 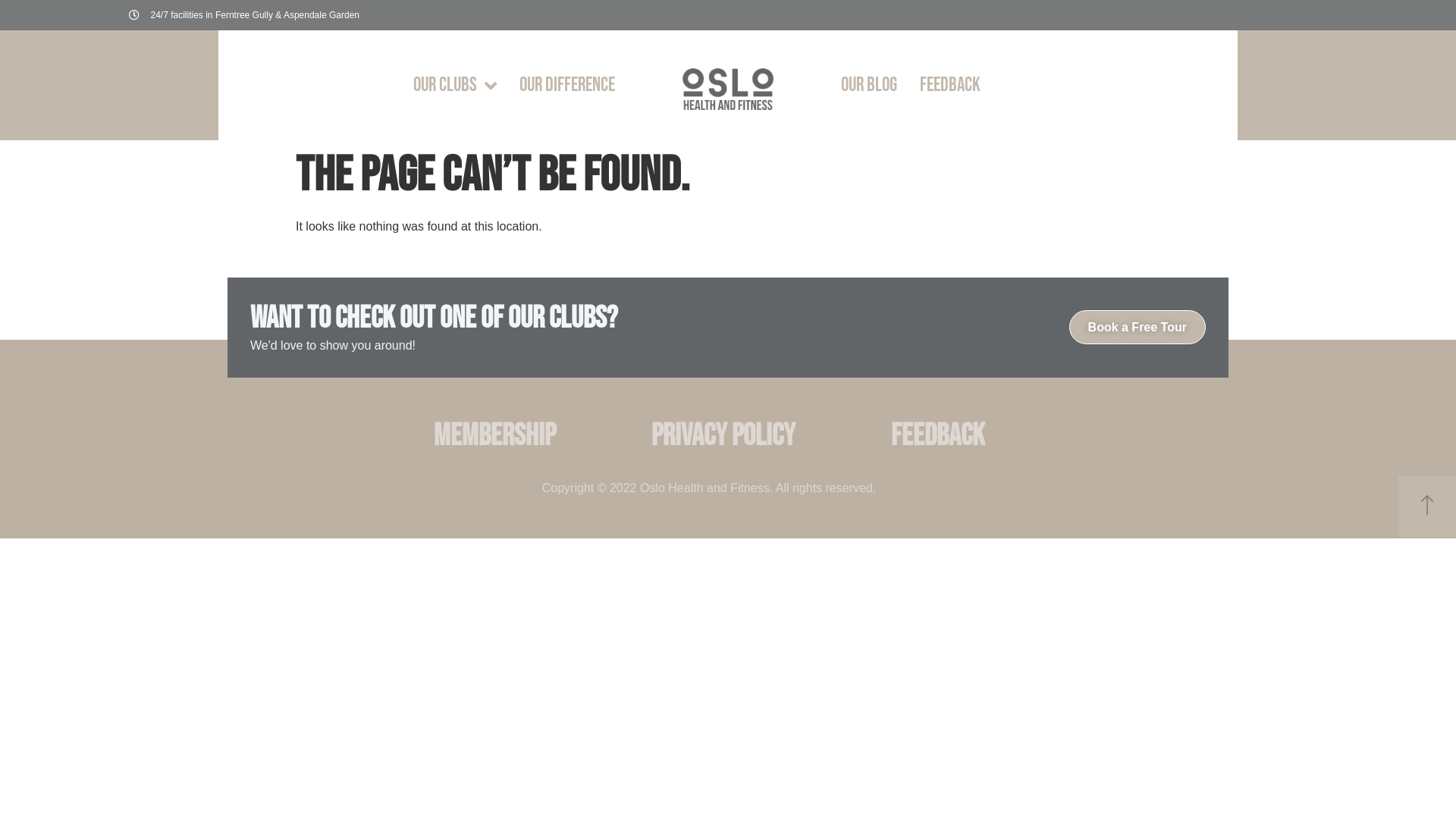 What do you see at coordinates (454, 85) in the screenshot?
I see `'Our Clubs'` at bounding box center [454, 85].